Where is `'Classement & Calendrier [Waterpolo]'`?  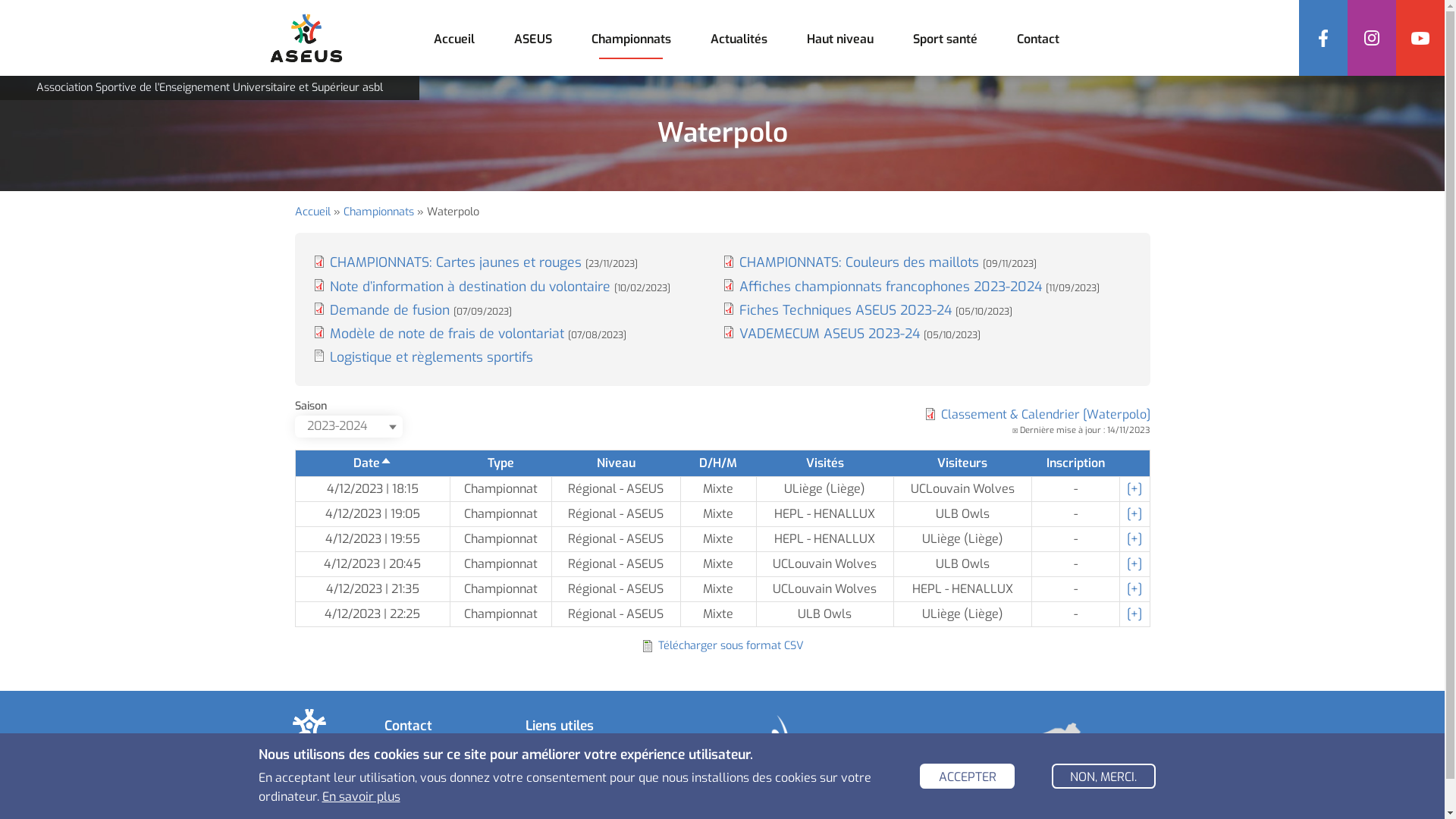 'Classement & Calendrier [Waterpolo]' is located at coordinates (1036, 414).